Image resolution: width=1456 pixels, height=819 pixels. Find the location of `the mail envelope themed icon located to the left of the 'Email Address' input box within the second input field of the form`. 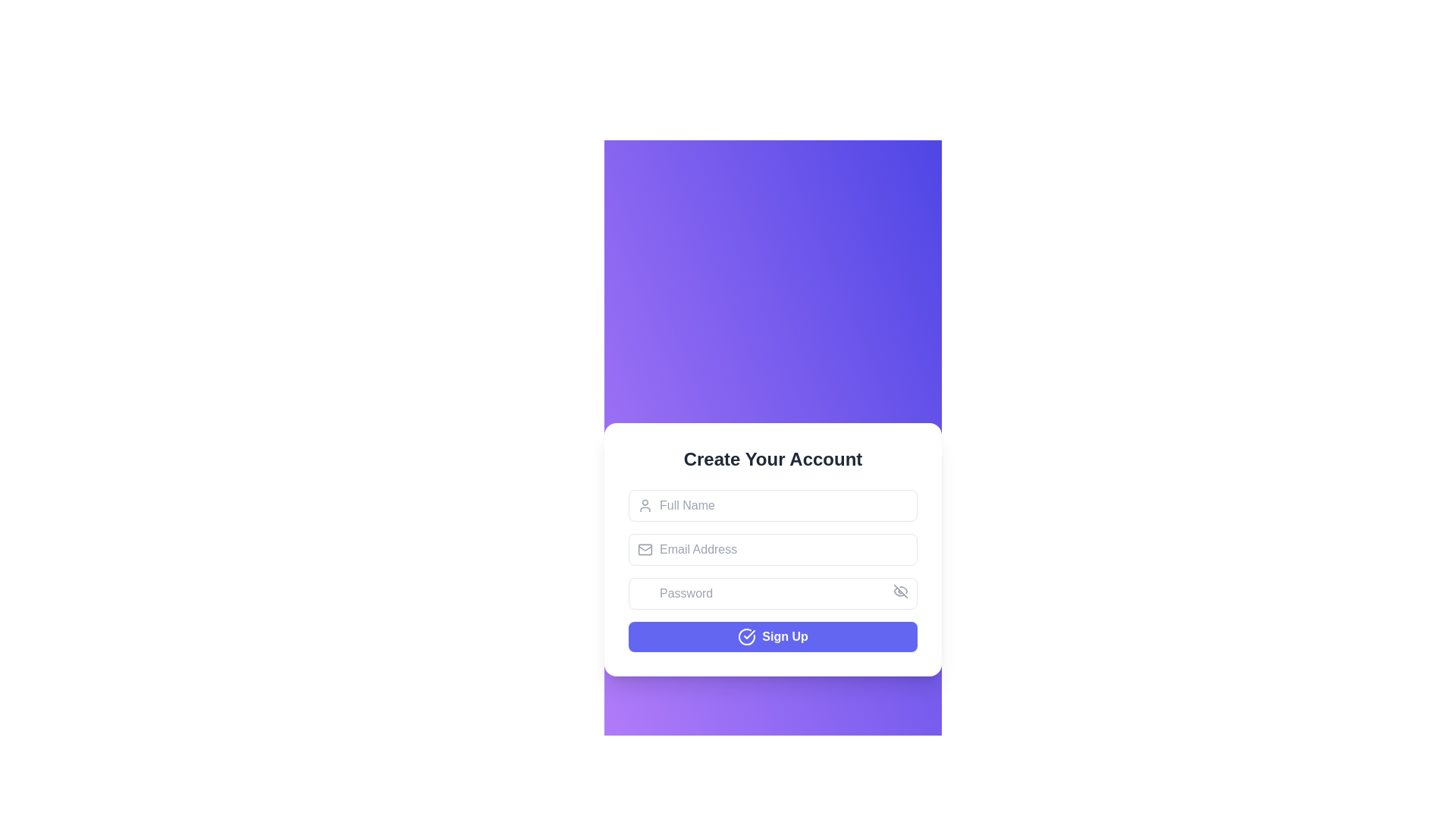

the mail envelope themed icon located to the left of the 'Email Address' input box within the second input field of the form is located at coordinates (645, 549).